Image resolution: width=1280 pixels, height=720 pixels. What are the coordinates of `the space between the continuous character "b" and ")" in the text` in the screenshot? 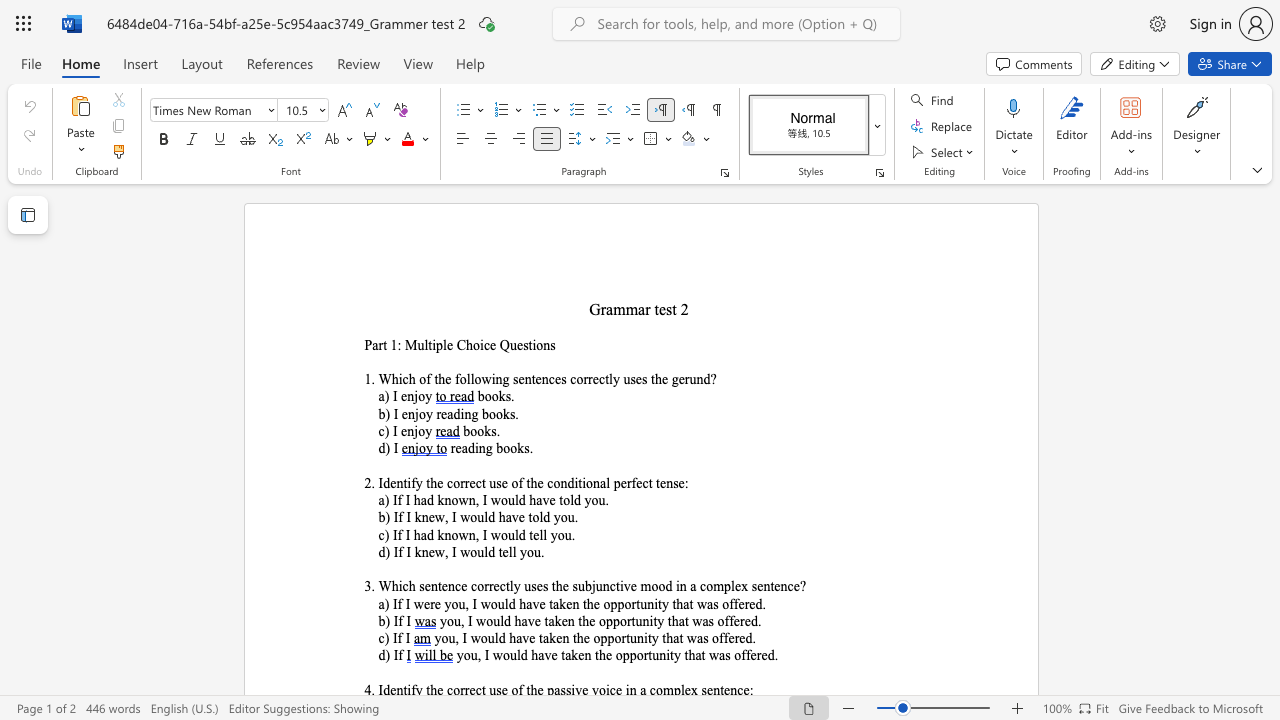 It's located at (384, 620).